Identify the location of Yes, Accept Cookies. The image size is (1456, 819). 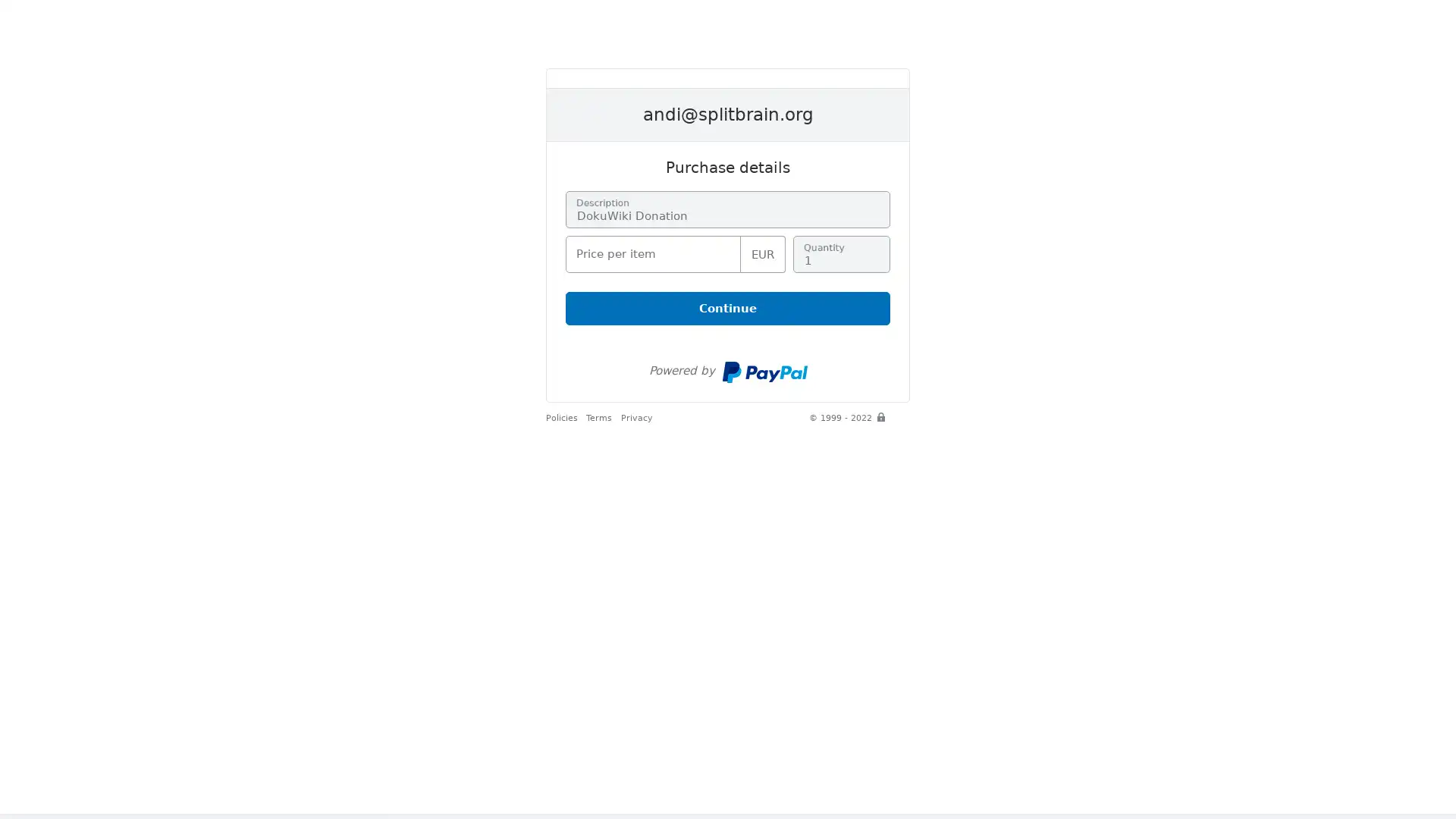
(883, 773).